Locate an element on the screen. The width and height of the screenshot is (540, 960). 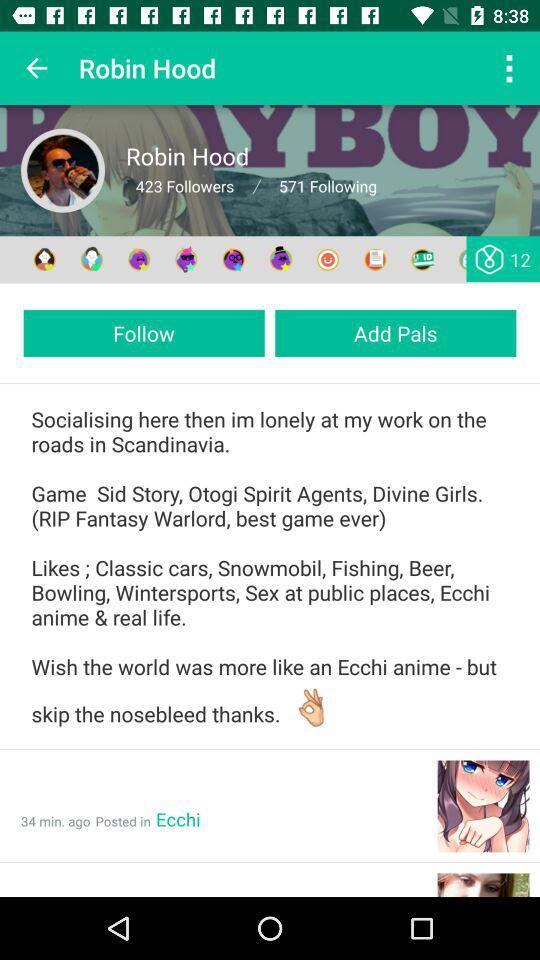
item next to the add pals icon is located at coordinates (143, 333).